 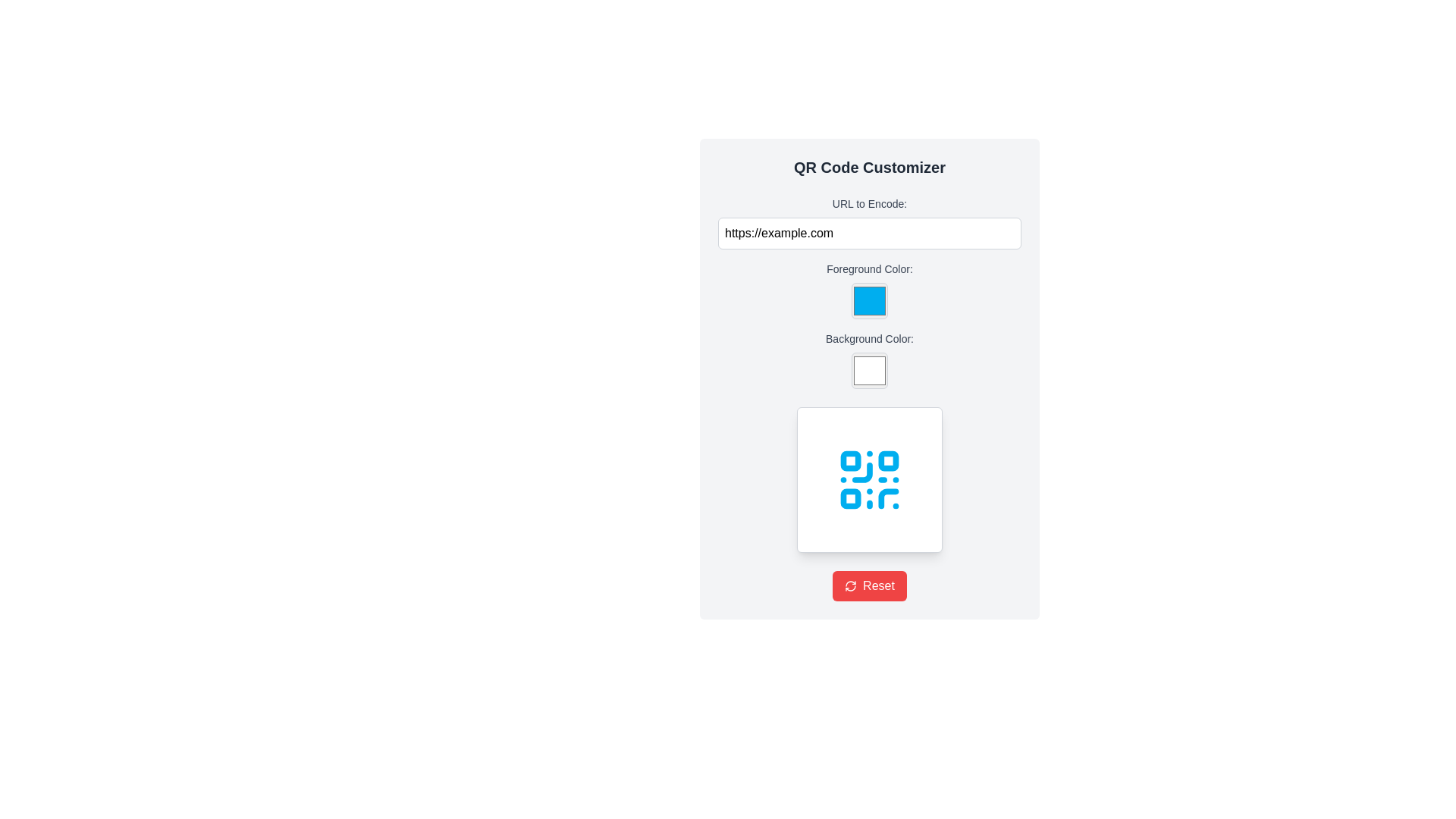 What do you see at coordinates (851, 498) in the screenshot?
I see `the decorative rectangle element located in the bottom-left corner of the QR code graphic` at bounding box center [851, 498].